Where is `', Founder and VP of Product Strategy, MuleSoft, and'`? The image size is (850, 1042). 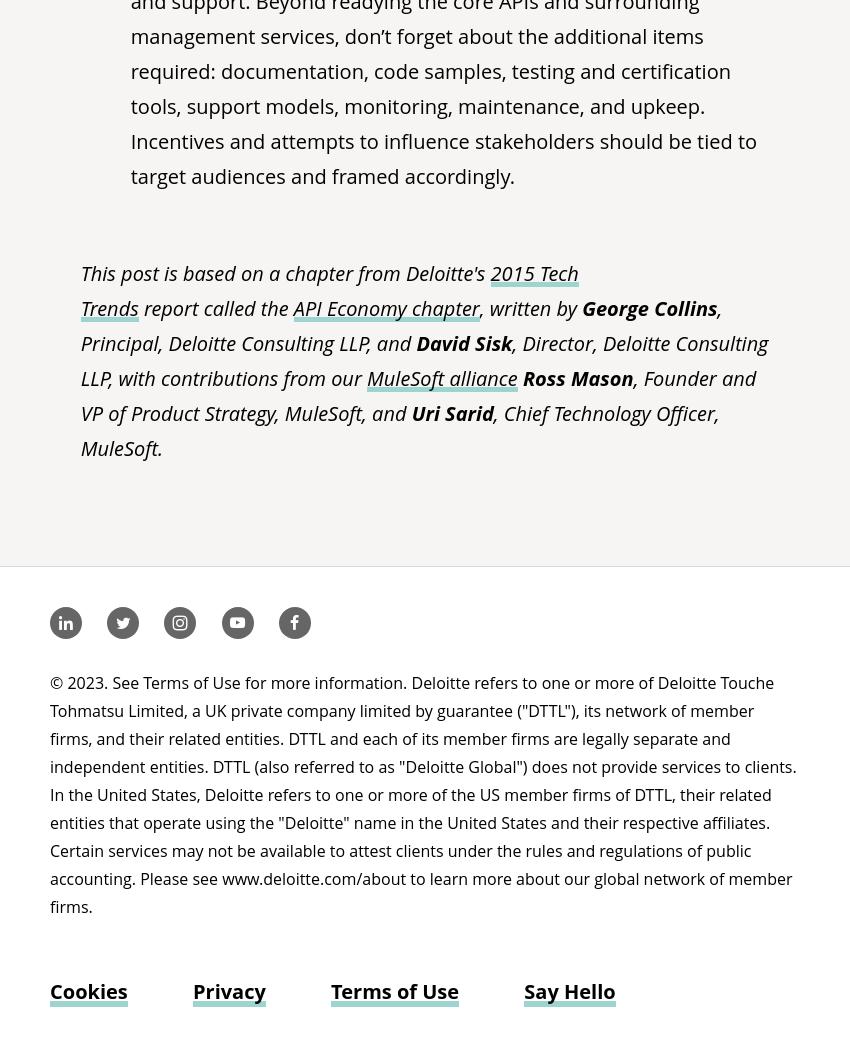
', Founder and VP of Product Strategy, MuleSoft, and' is located at coordinates (418, 394).